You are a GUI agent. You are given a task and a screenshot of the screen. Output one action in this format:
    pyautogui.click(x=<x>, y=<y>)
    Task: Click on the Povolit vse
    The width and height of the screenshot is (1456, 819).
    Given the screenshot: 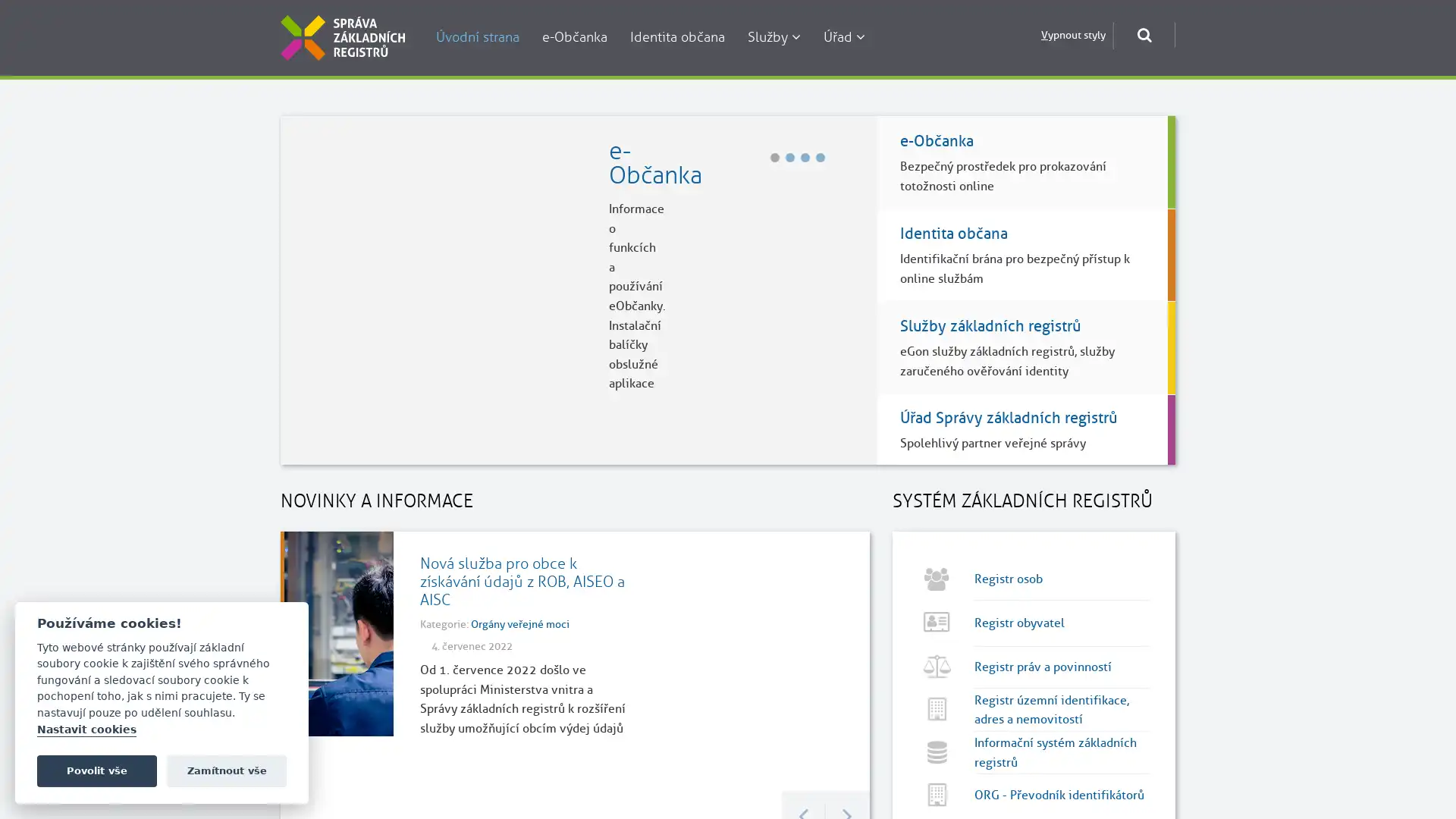 What is the action you would take?
    pyautogui.click(x=96, y=770)
    